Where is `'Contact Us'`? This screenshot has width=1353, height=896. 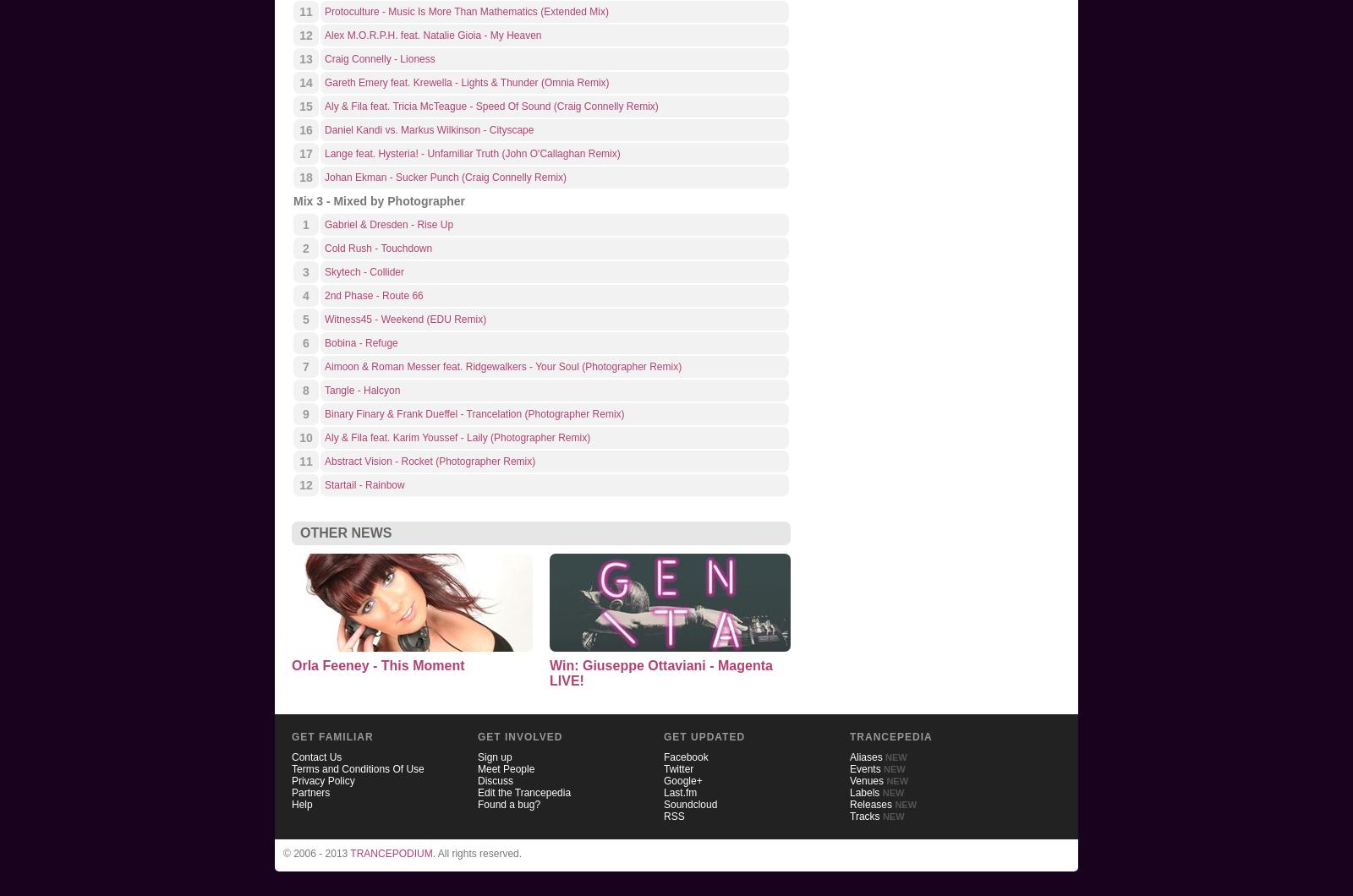
'Contact Us' is located at coordinates (316, 757).